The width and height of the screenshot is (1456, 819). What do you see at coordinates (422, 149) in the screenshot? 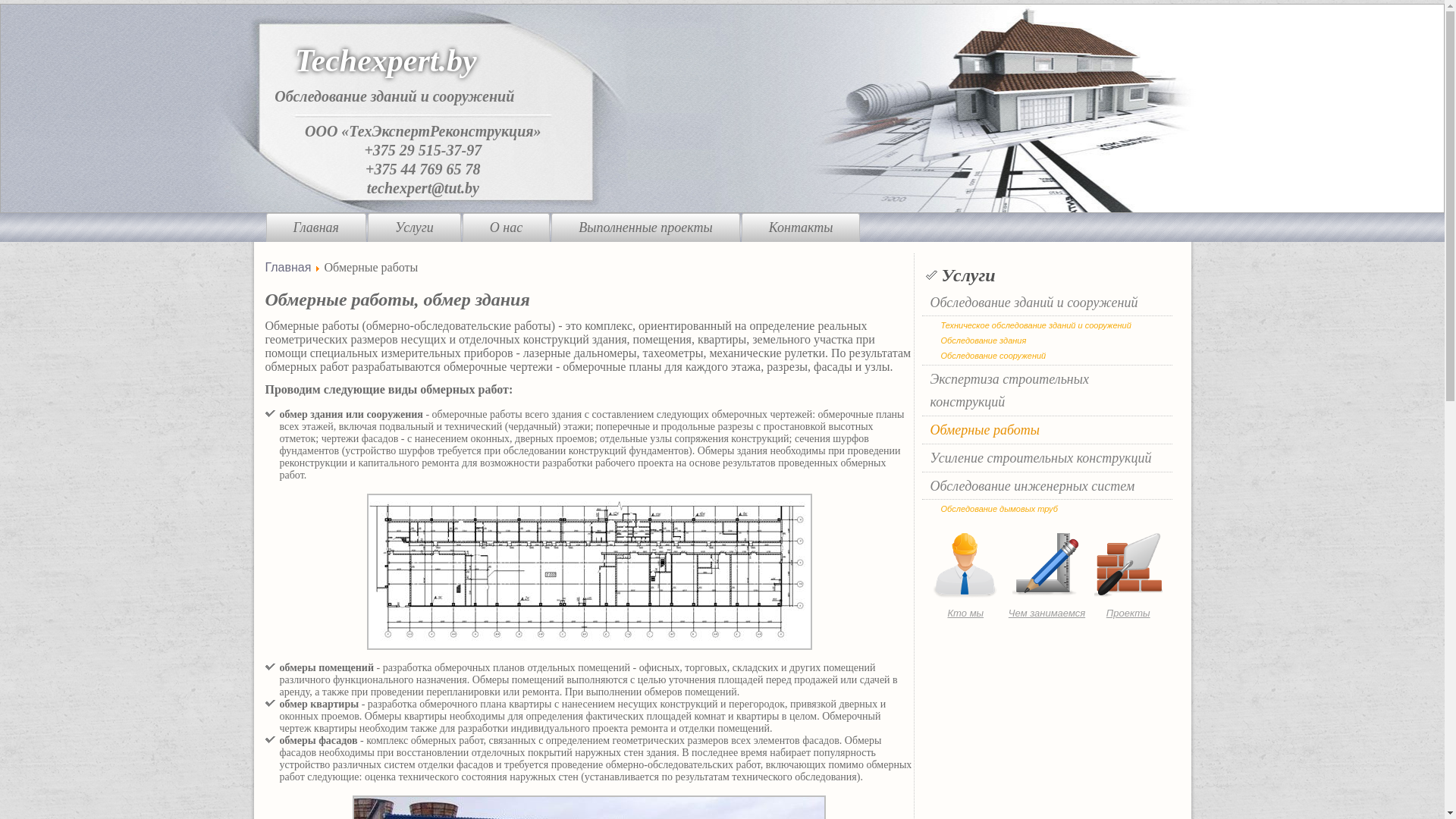
I see `'+375 29 515-37-97'` at bounding box center [422, 149].